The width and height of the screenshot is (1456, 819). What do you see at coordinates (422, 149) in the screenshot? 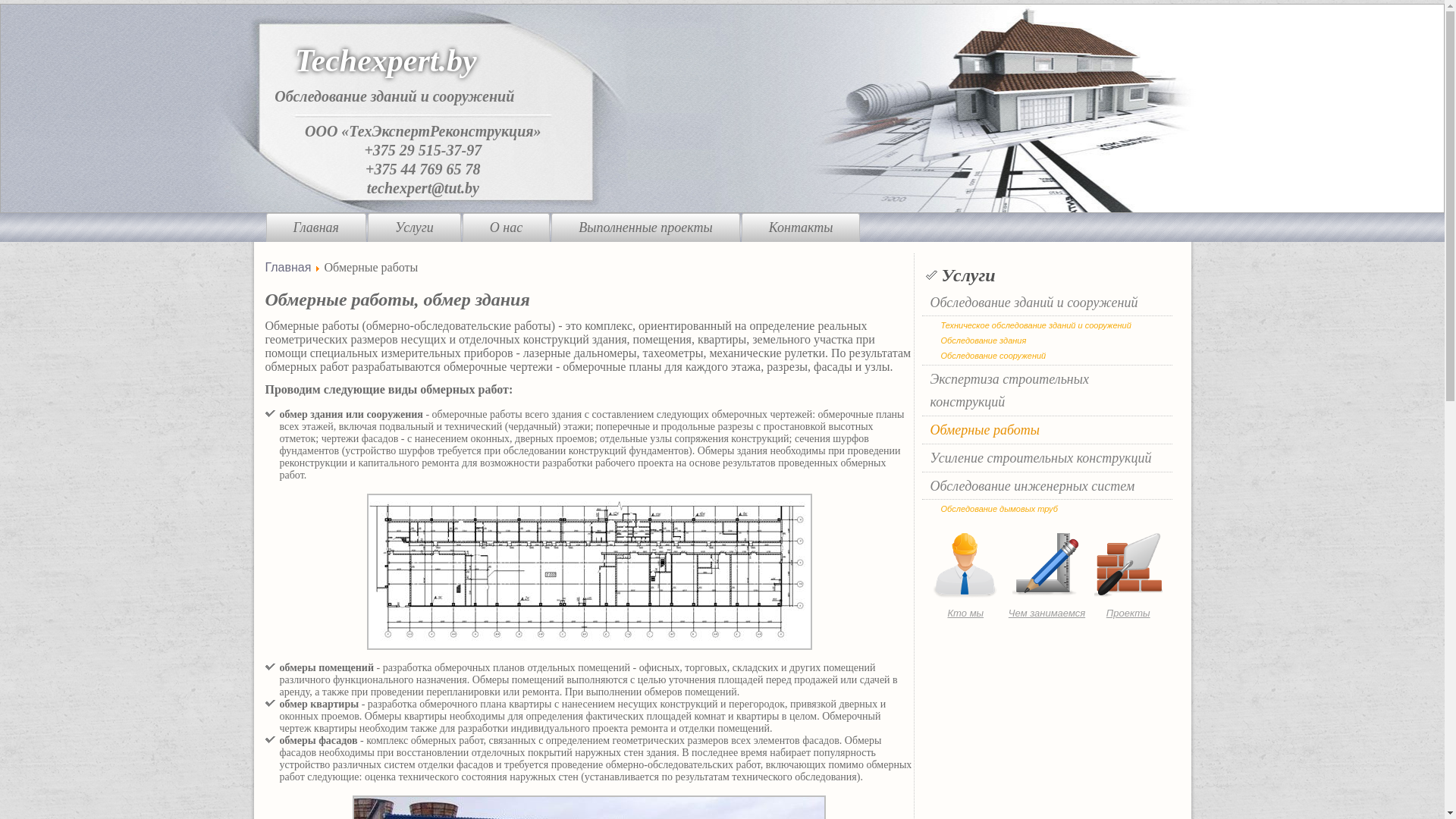
I see `'+375 29 515-37-97'` at bounding box center [422, 149].